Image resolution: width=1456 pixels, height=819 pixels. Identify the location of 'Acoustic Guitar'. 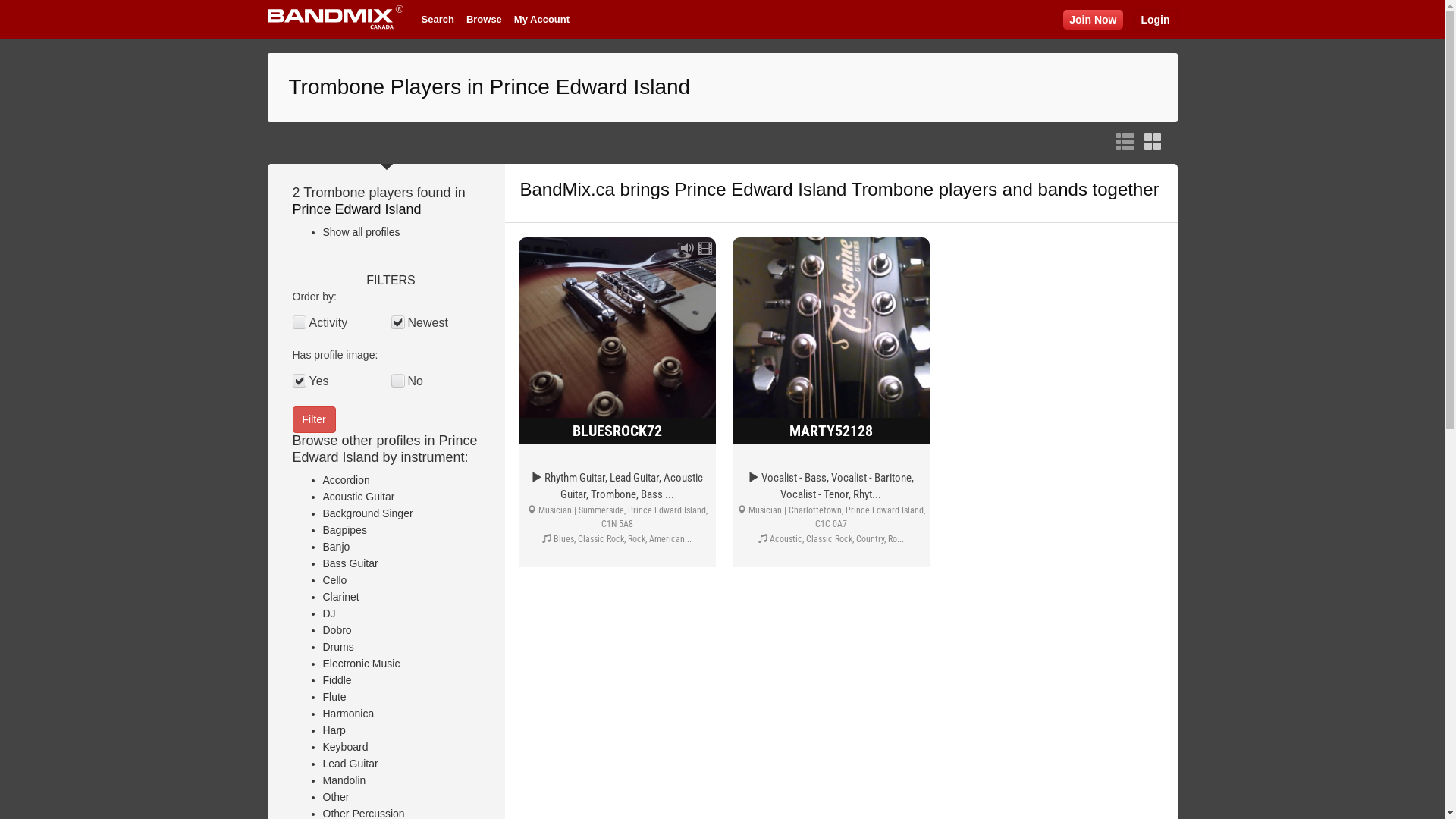
(358, 497).